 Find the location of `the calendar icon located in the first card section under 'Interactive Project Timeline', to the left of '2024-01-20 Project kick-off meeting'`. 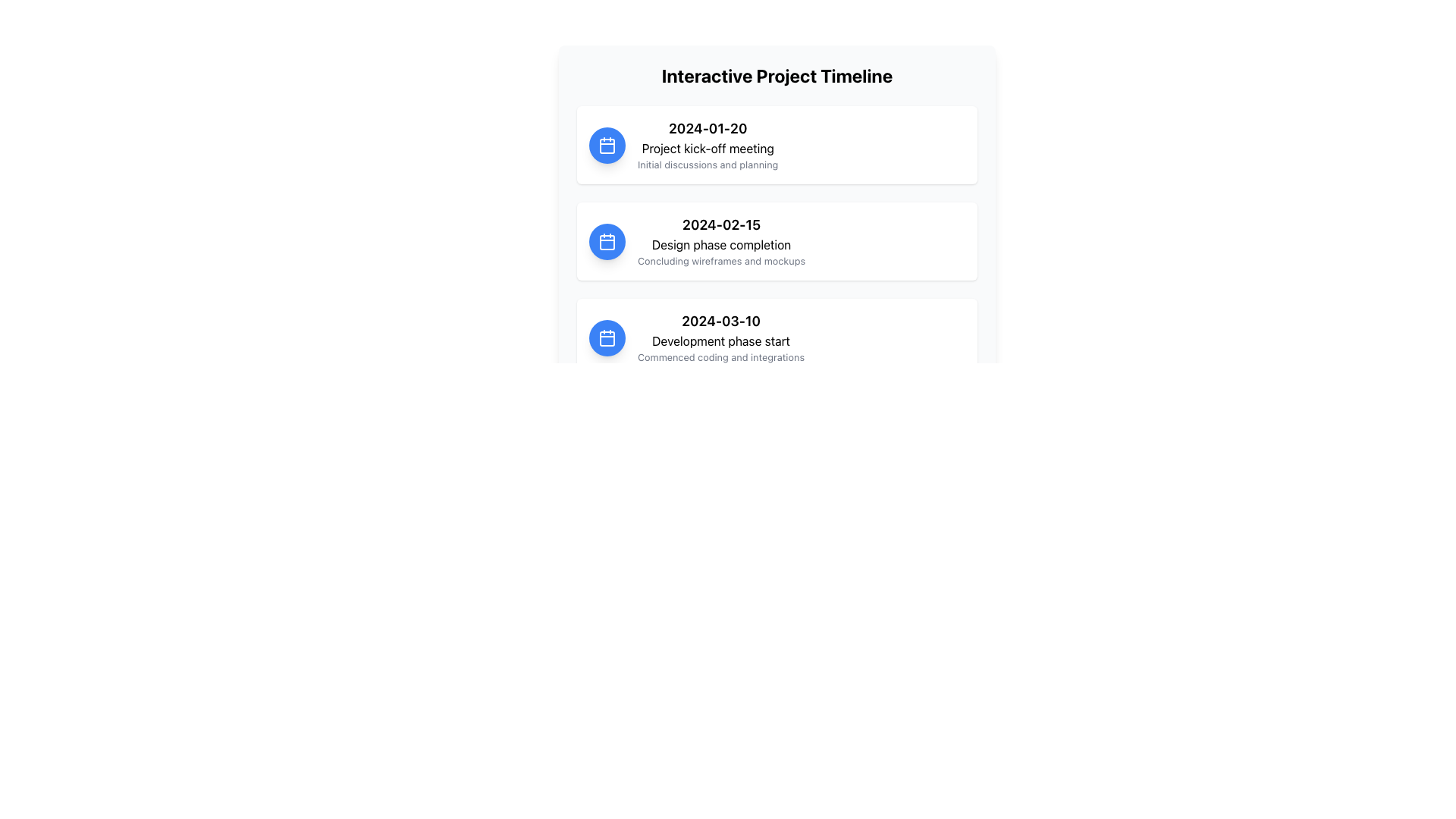

the calendar icon located in the first card section under 'Interactive Project Timeline', to the left of '2024-01-20 Project kick-off meeting' is located at coordinates (607, 145).